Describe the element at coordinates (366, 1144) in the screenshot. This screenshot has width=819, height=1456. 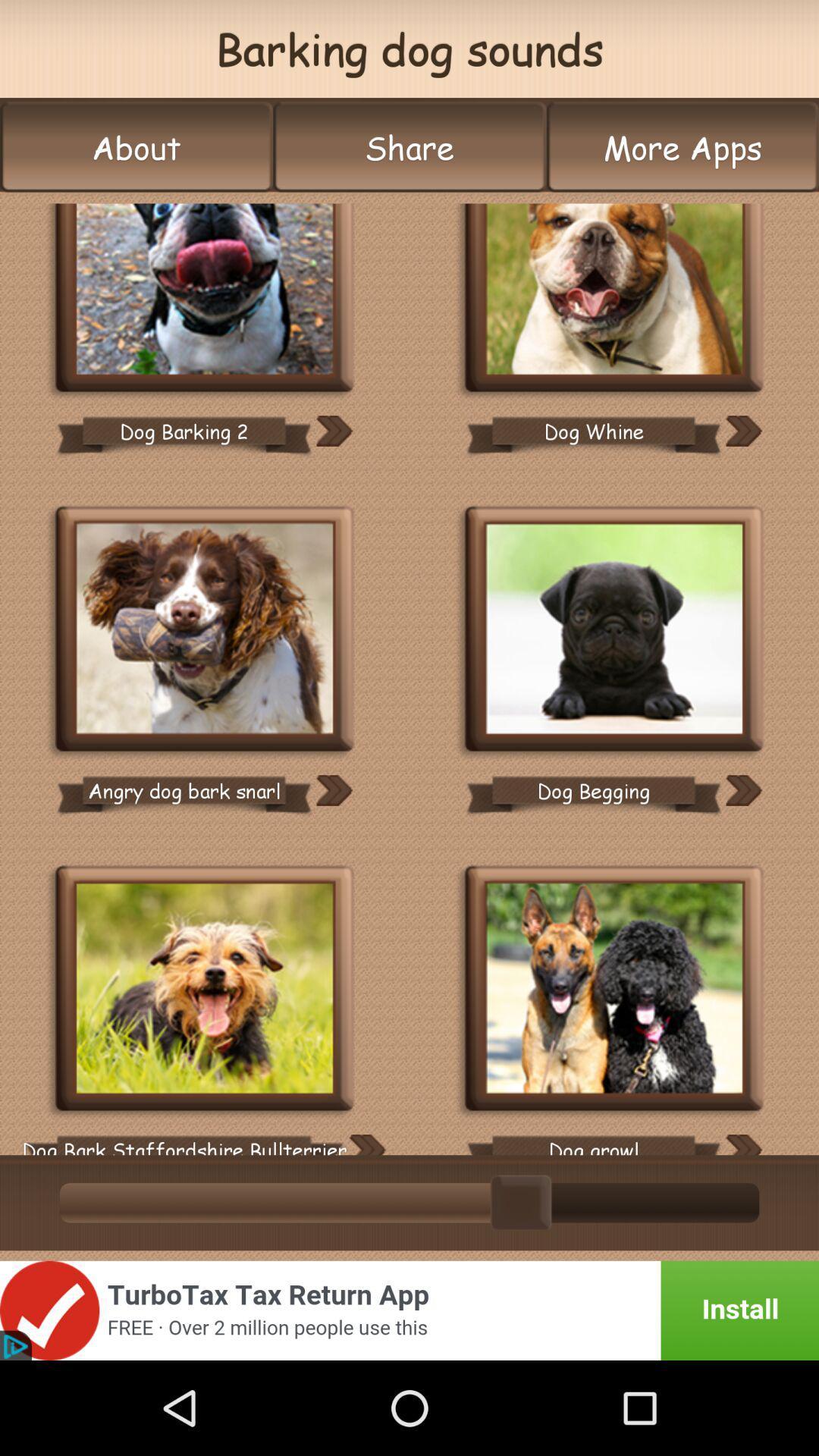
I see `show more of selection` at that location.